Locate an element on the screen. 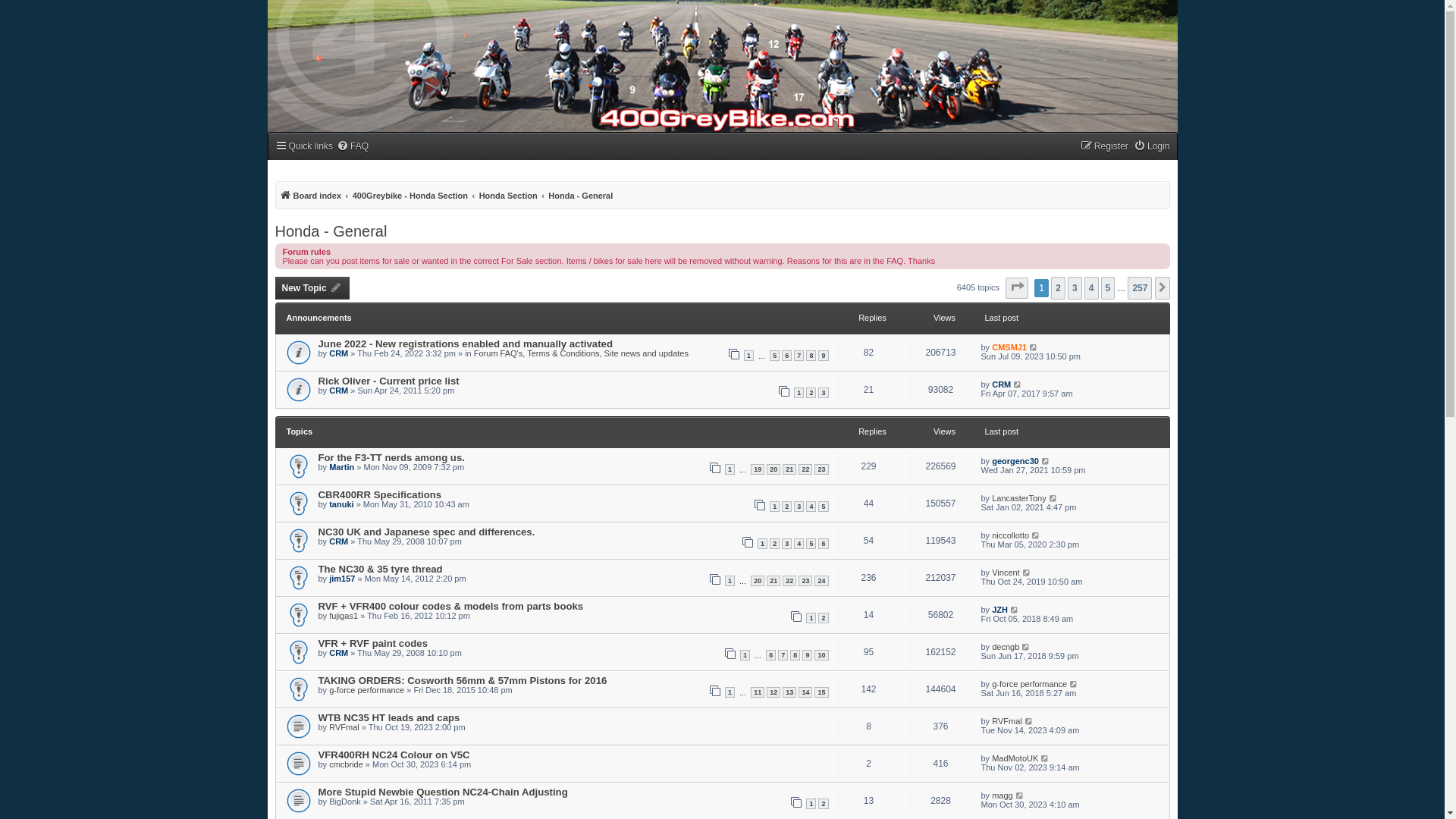 The width and height of the screenshot is (1456, 819). 'JZH' is located at coordinates (999, 608).